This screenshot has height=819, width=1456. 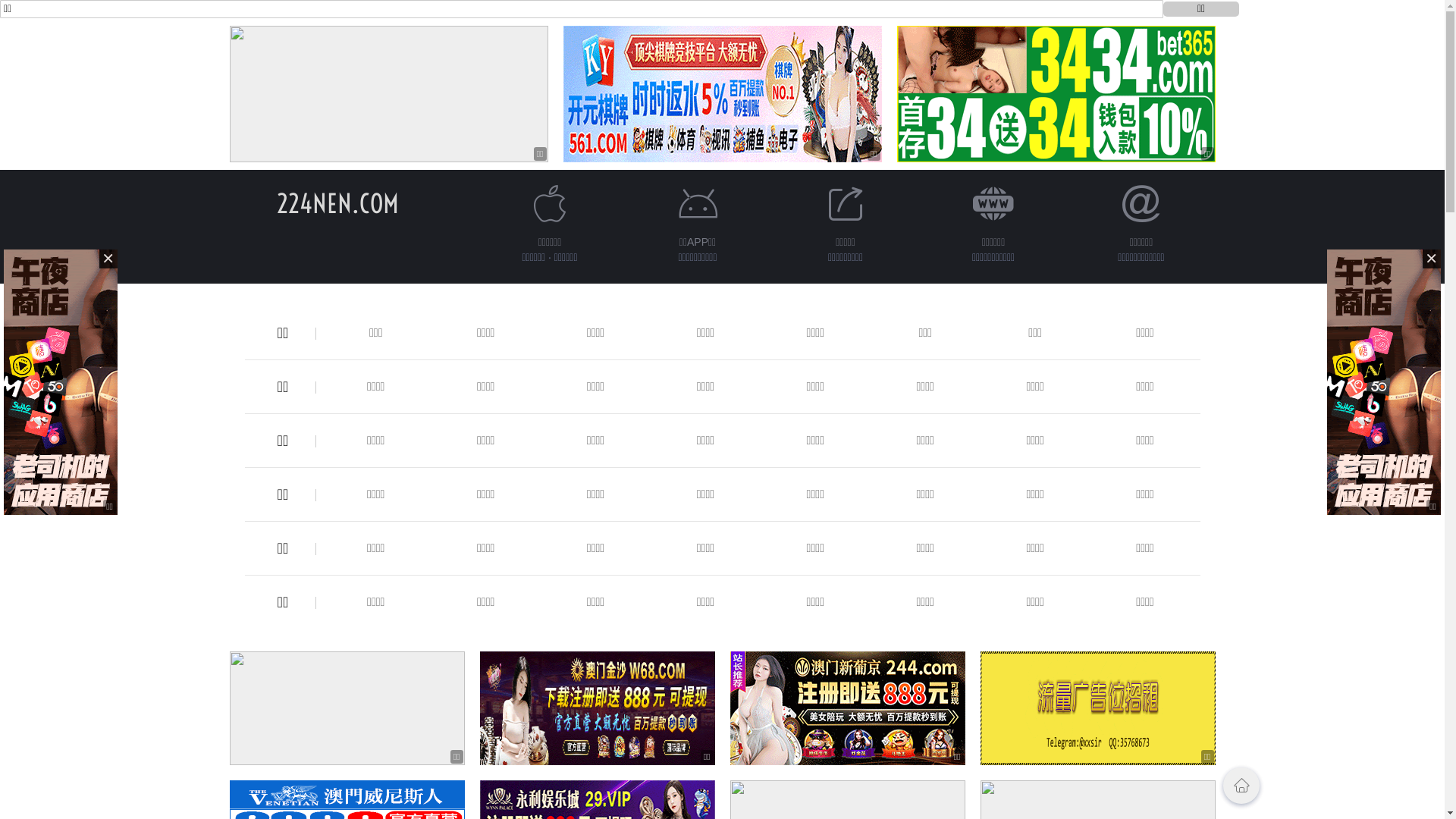 I want to click on '224NEN.COM', so click(x=337, y=202).